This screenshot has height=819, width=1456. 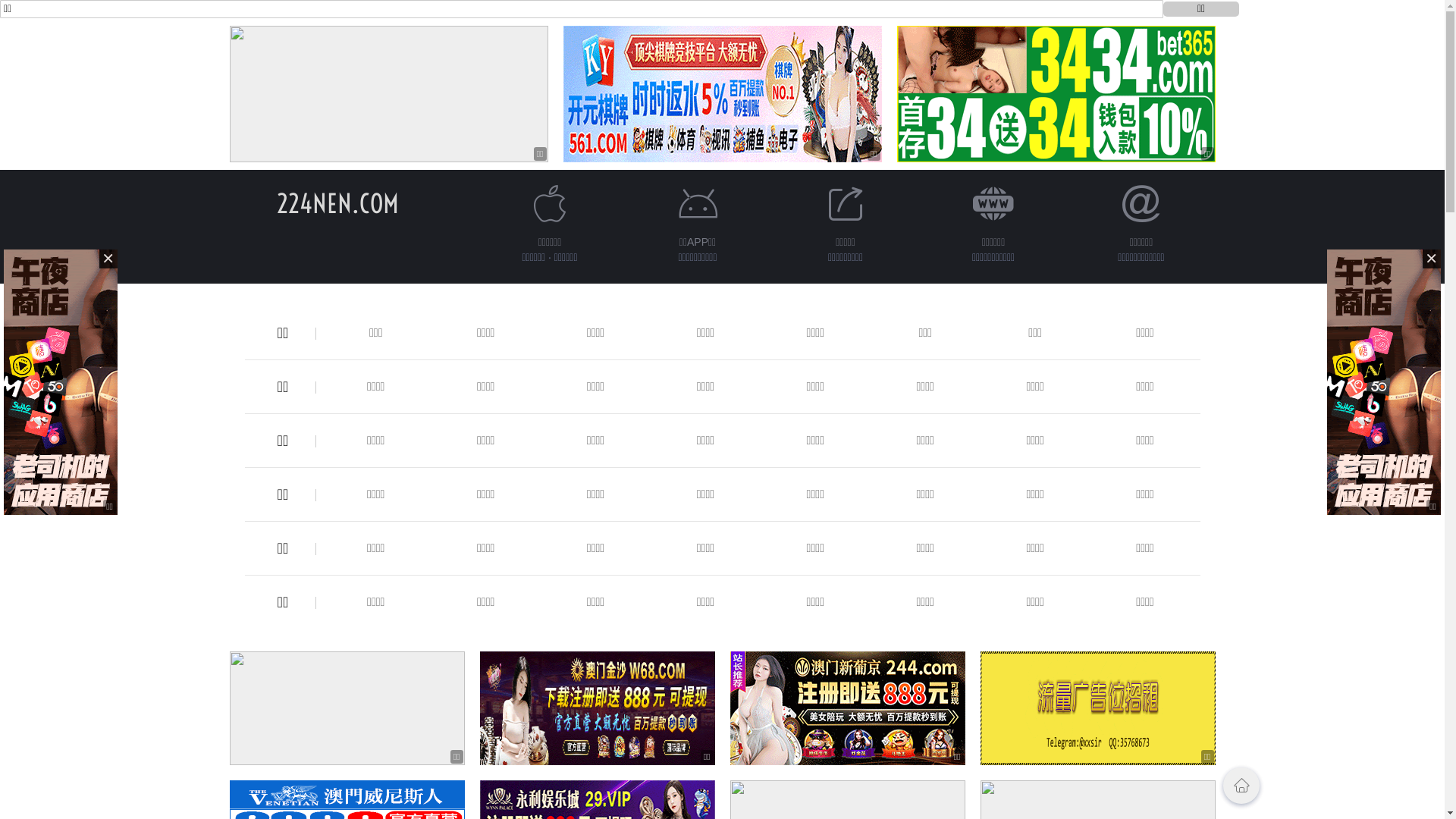 I want to click on '224NEN.COM', so click(x=337, y=202).